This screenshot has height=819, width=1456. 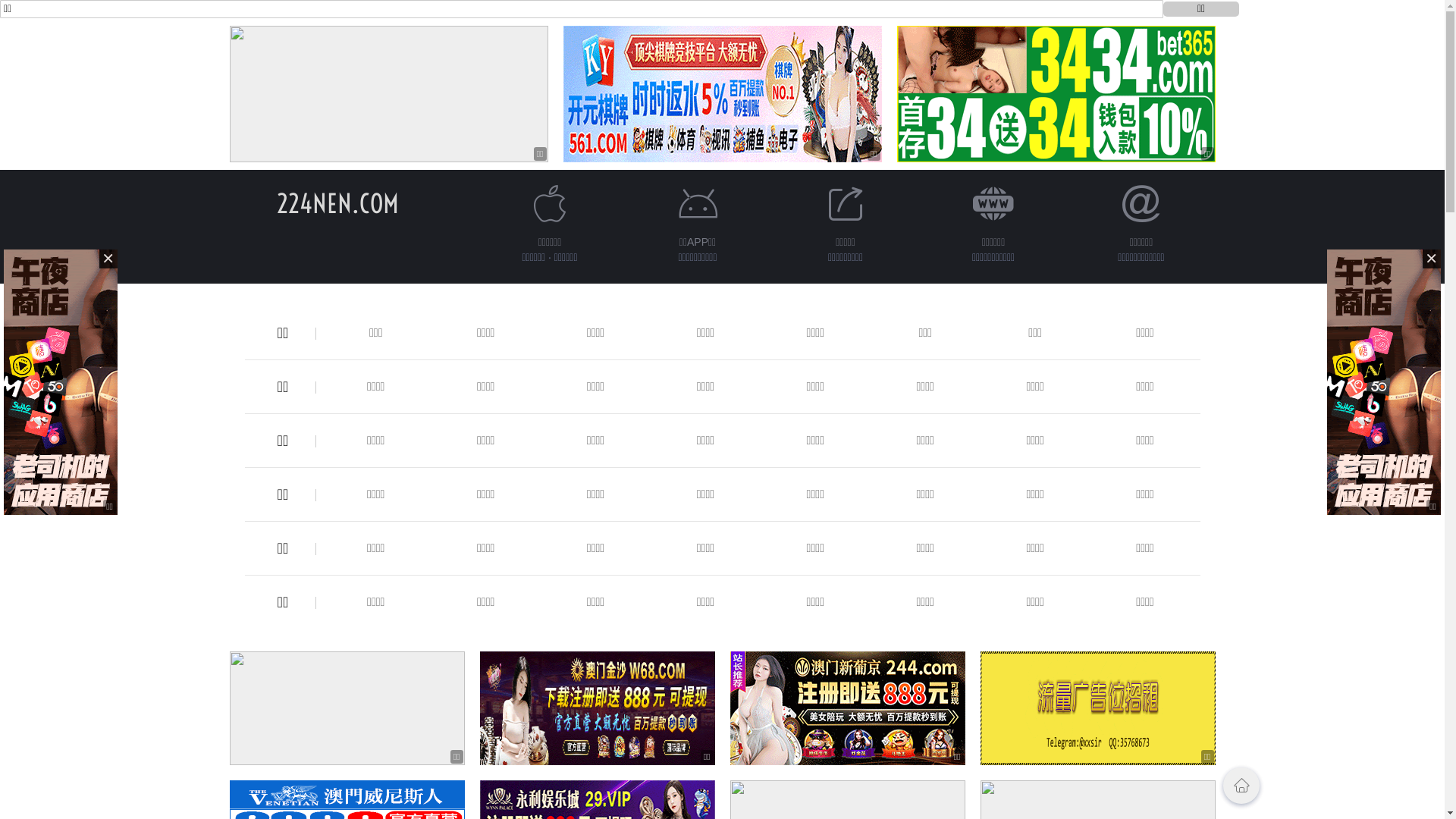 I want to click on '224NEN.COM', so click(x=337, y=202).